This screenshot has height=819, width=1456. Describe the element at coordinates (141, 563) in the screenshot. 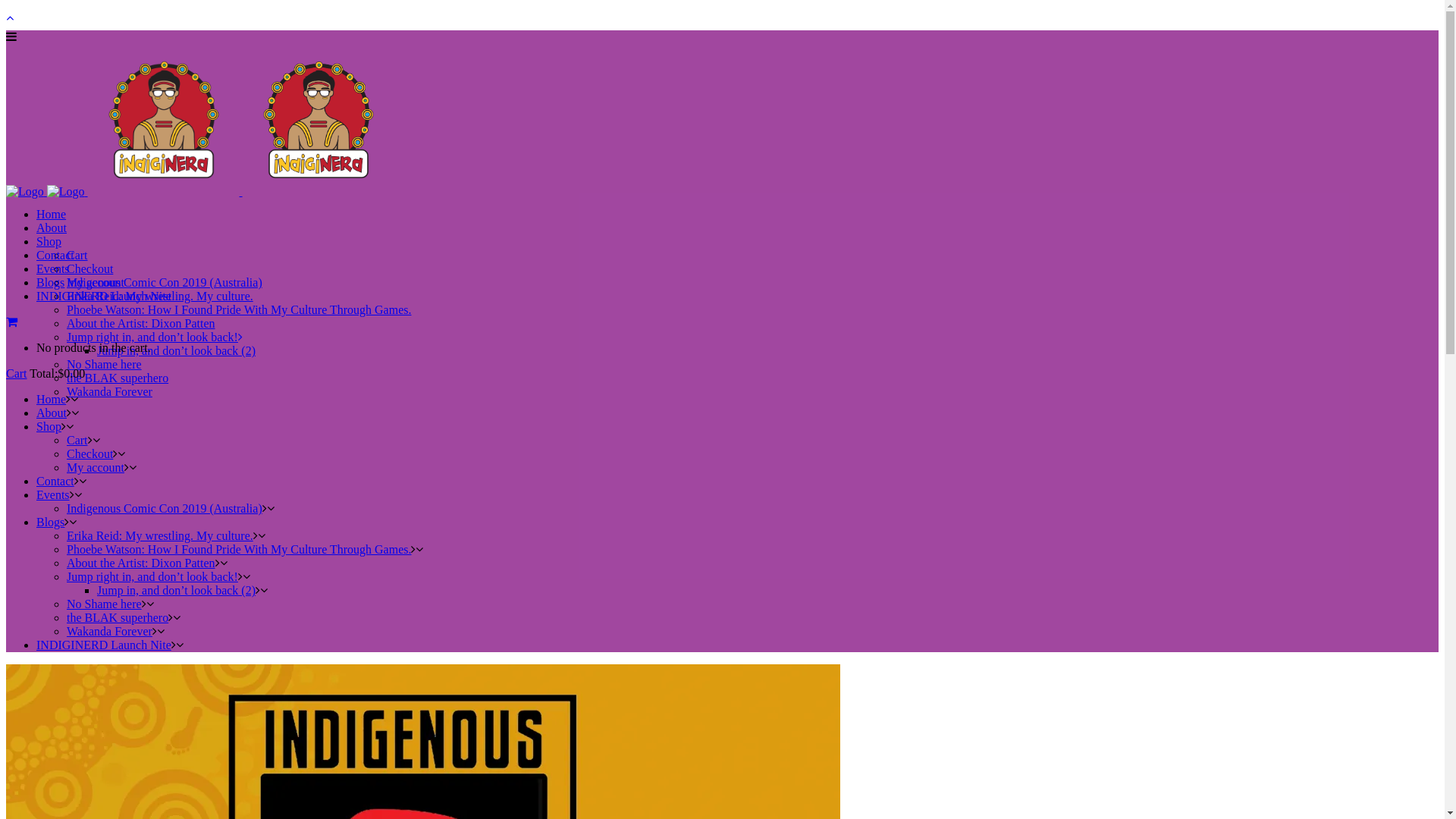

I see `'About the Artist: Dixon Patten'` at that location.